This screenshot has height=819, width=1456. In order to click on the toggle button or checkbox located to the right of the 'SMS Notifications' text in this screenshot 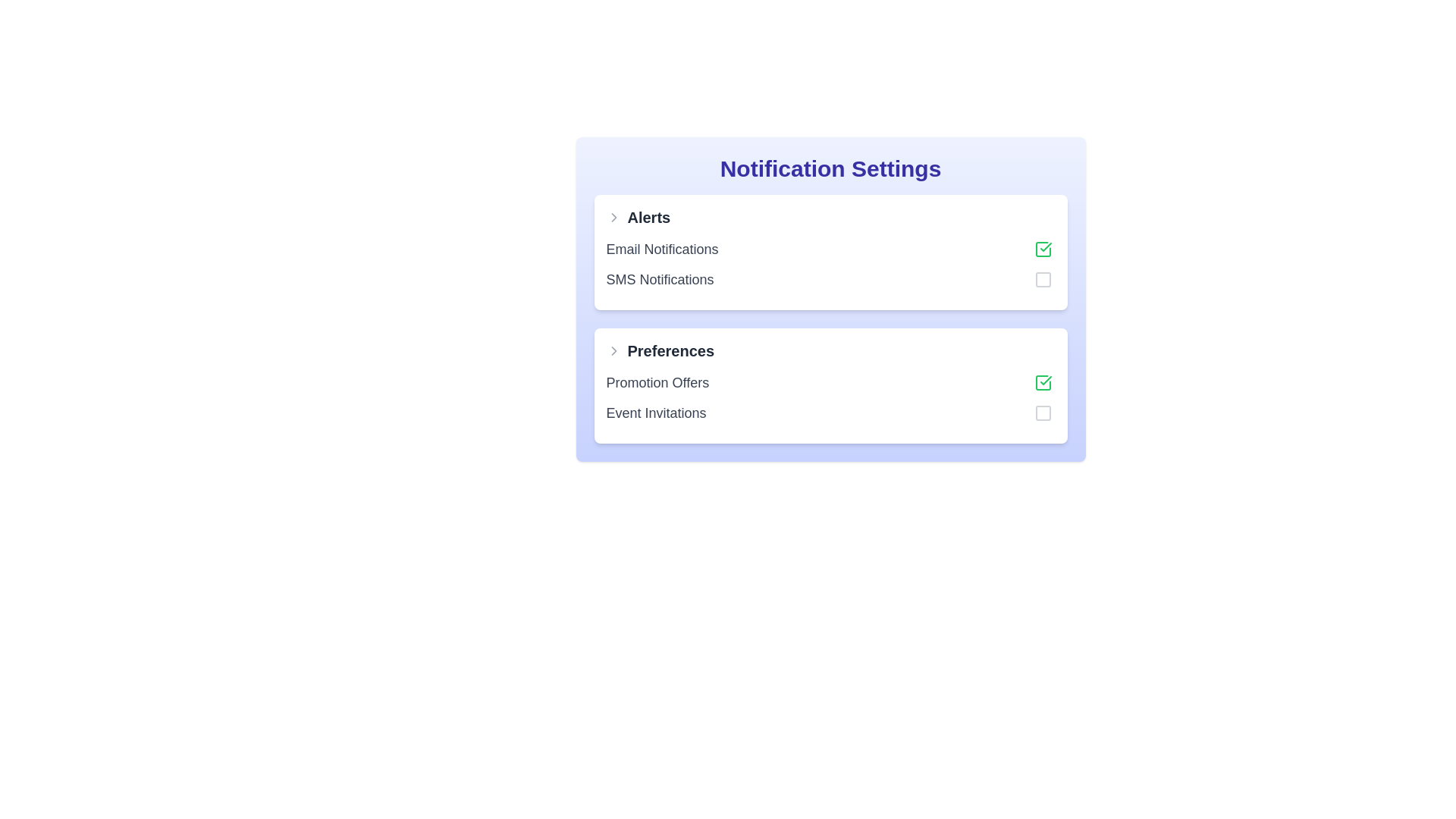, I will do `click(1042, 280)`.